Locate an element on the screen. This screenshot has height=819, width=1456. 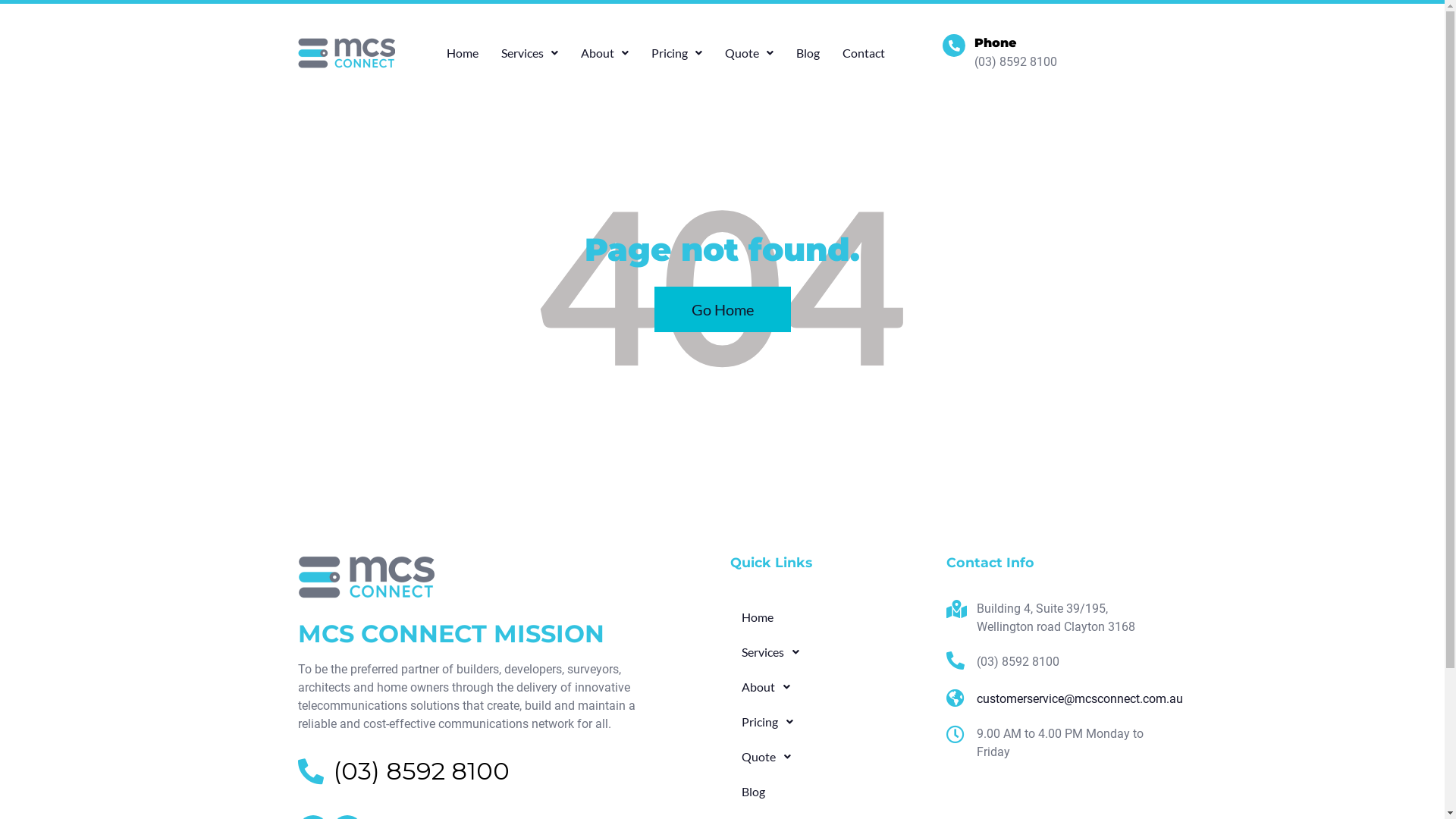
'customerservice@mcsconnect.com.au' is located at coordinates (1046, 698).